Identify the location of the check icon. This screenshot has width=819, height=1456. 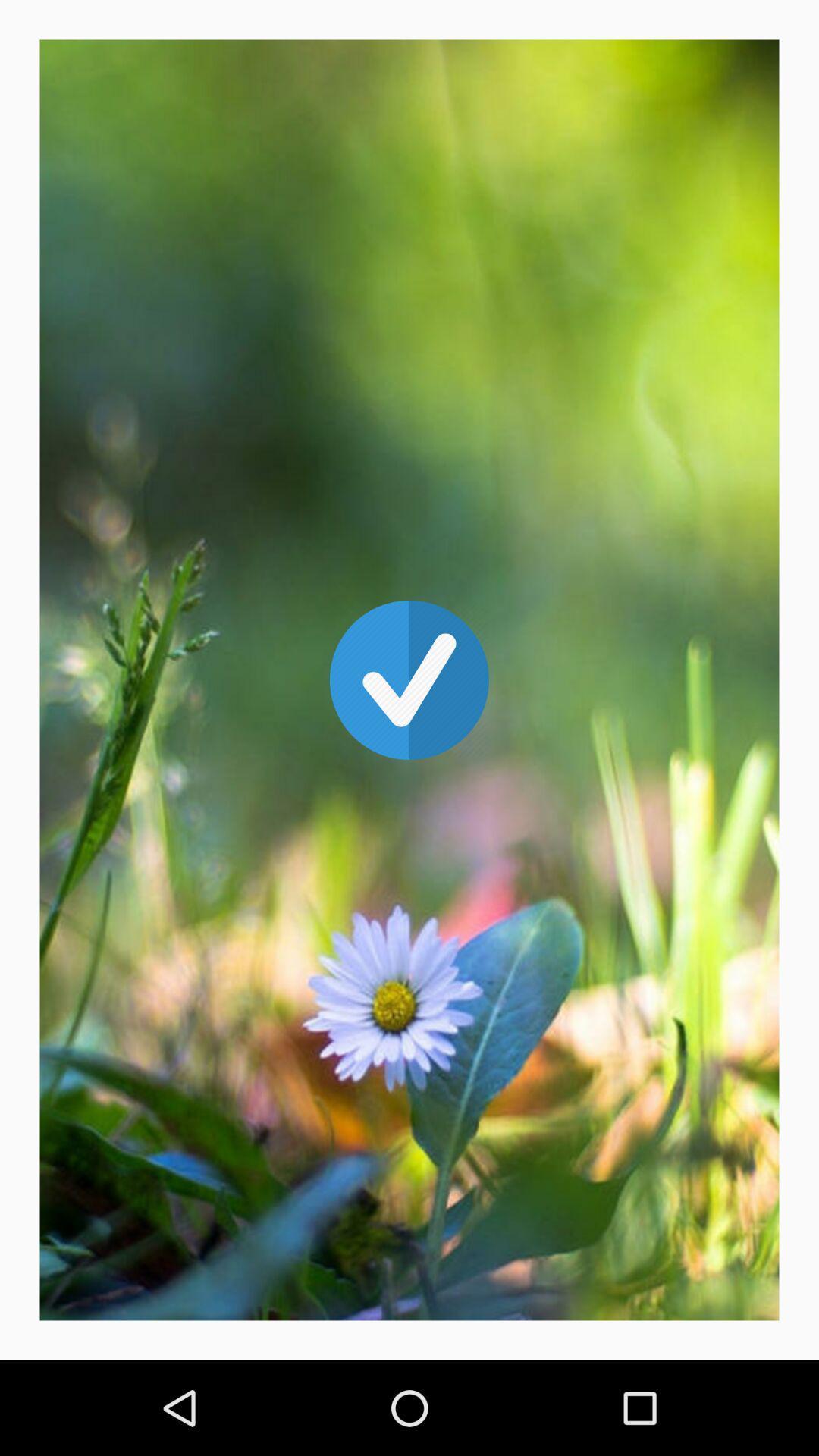
(409, 679).